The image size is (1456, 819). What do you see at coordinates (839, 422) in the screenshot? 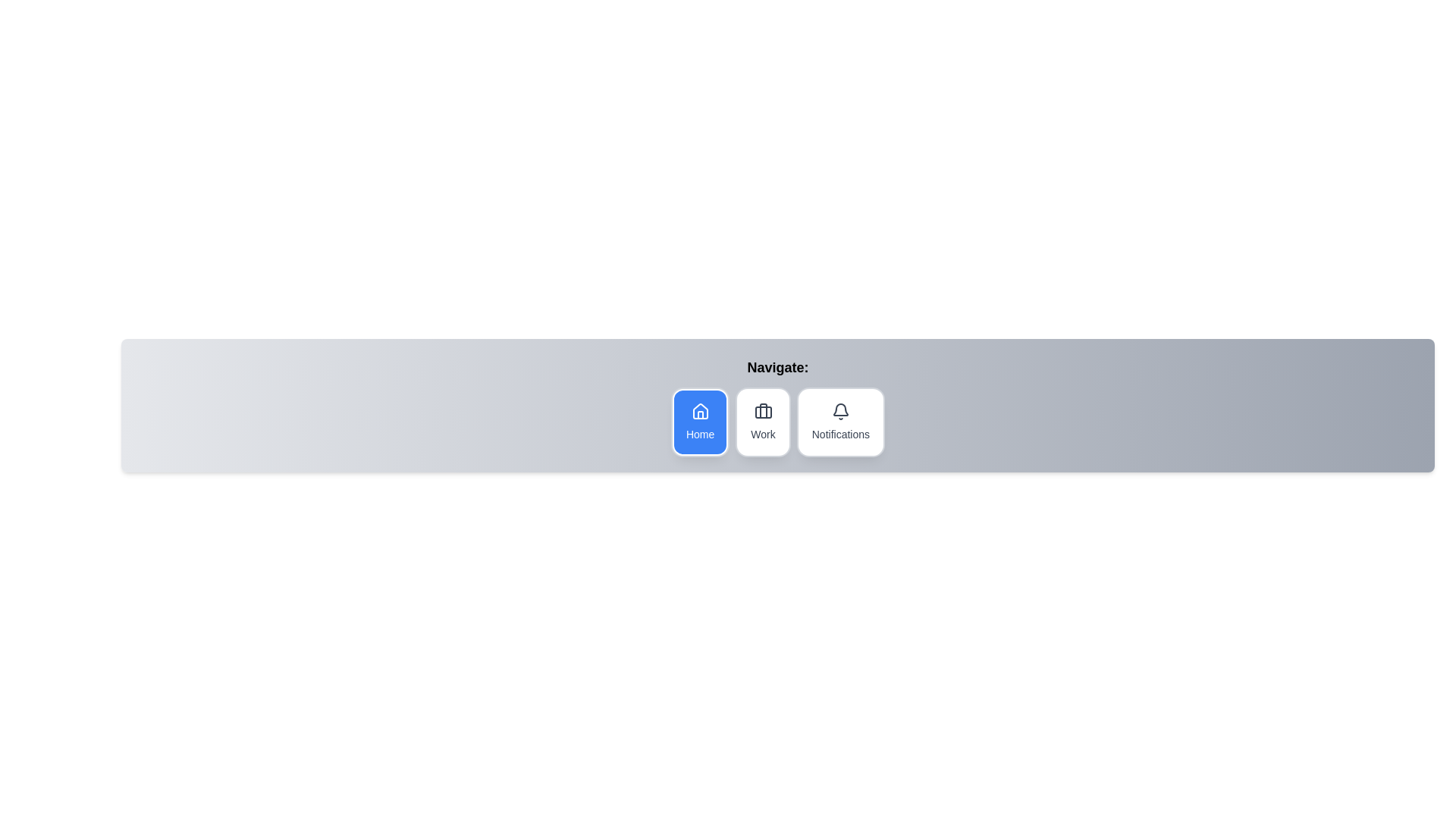
I see `the icon corresponding to Notifications` at bounding box center [839, 422].